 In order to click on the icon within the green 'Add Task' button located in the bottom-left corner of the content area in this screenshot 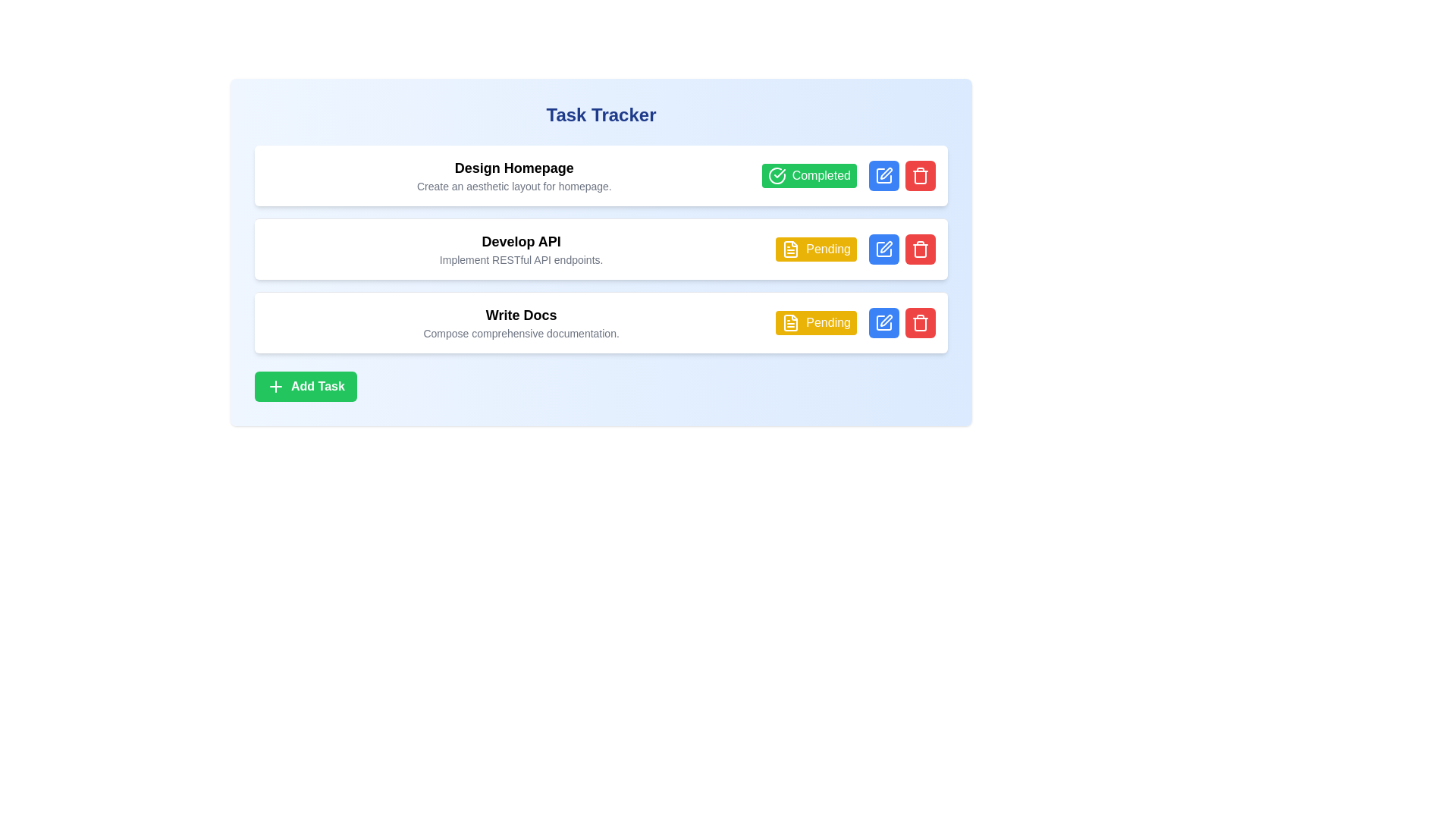, I will do `click(276, 385)`.